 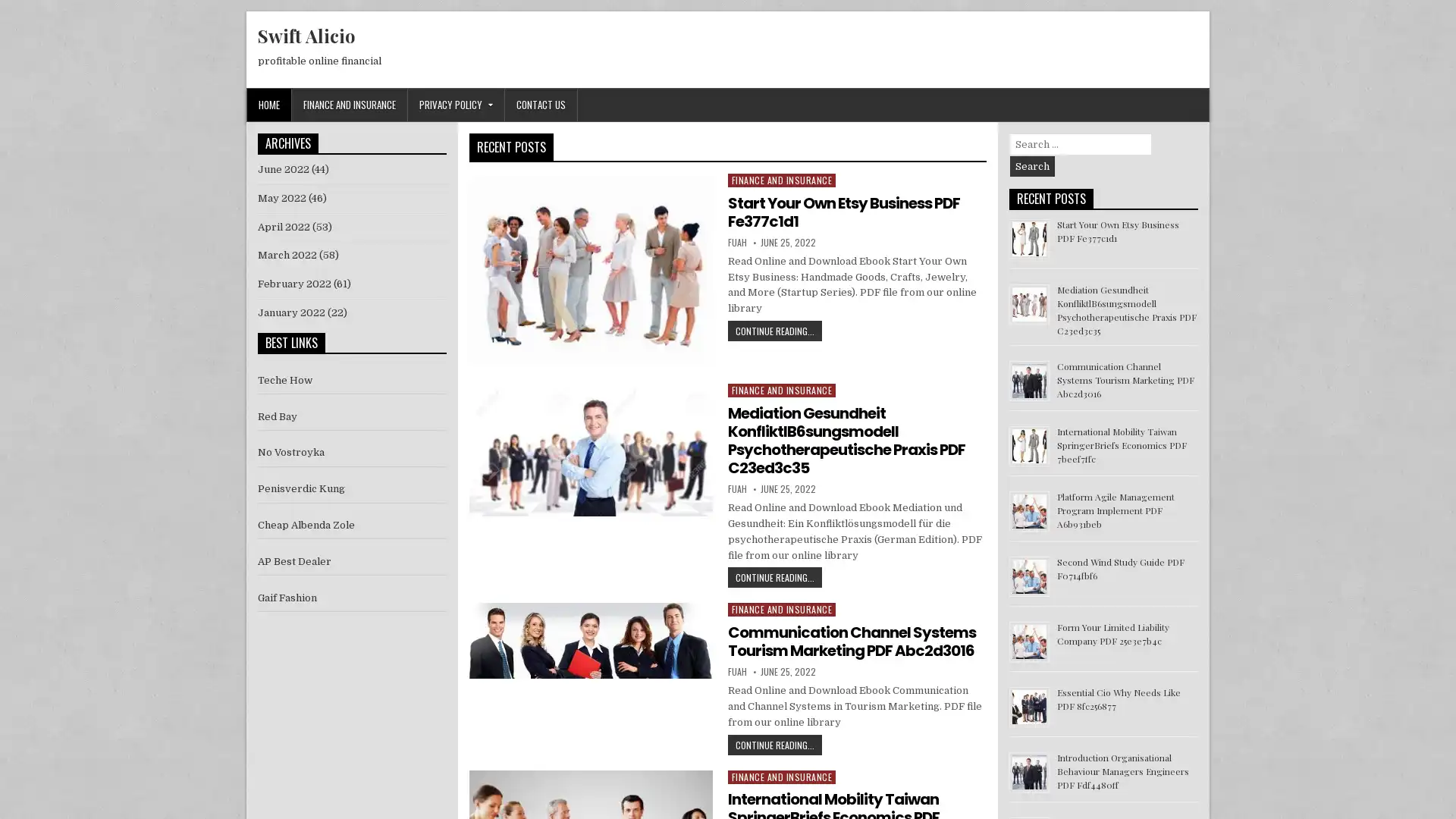 I want to click on Search, so click(x=1031, y=166).